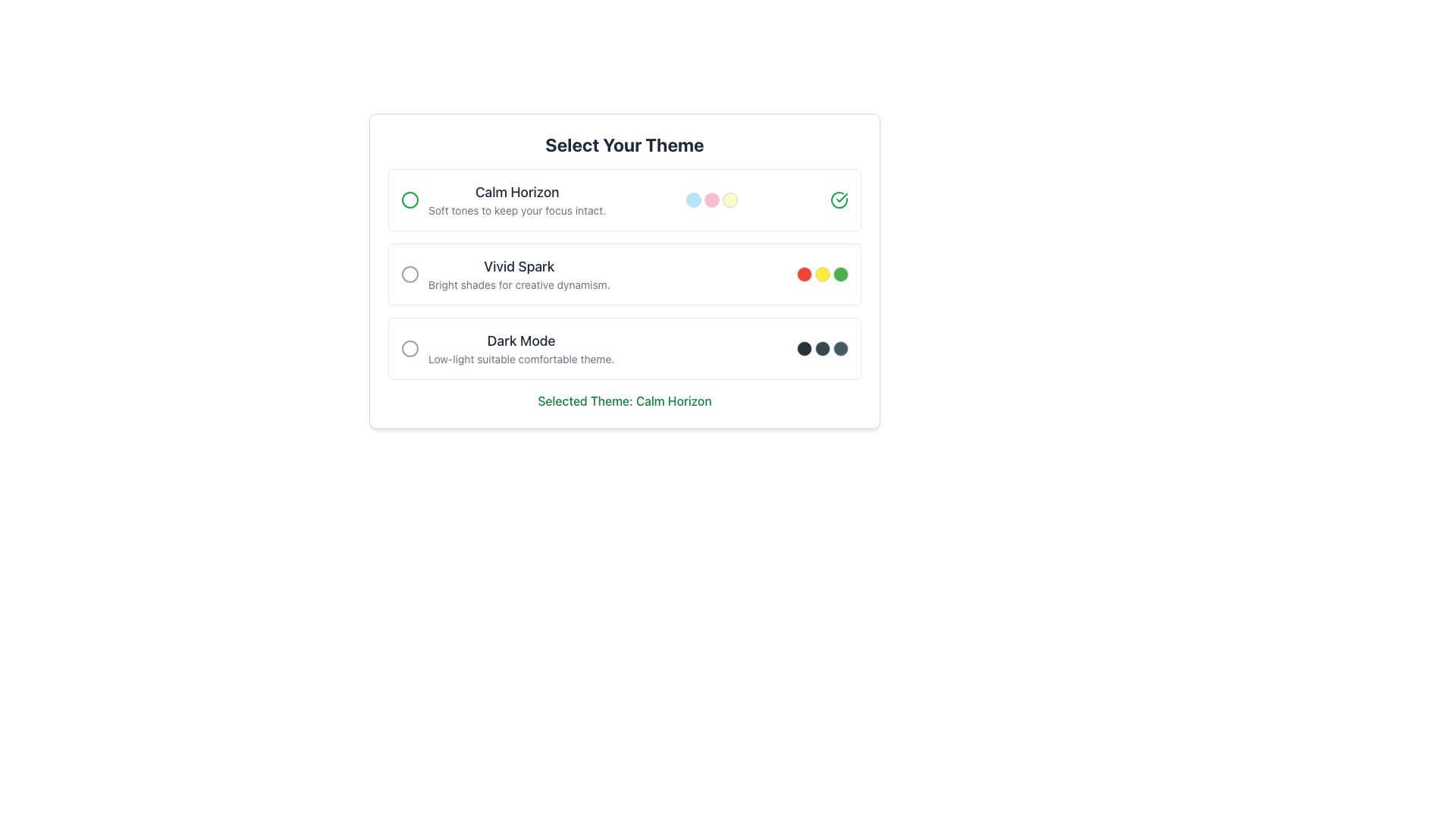 Image resolution: width=1456 pixels, height=819 pixels. Describe the element at coordinates (839, 199) in the screenshot. I see `the green circular check icon located in the top-right corner of the 'Calm Horizon' card to confirm selection` at that location.